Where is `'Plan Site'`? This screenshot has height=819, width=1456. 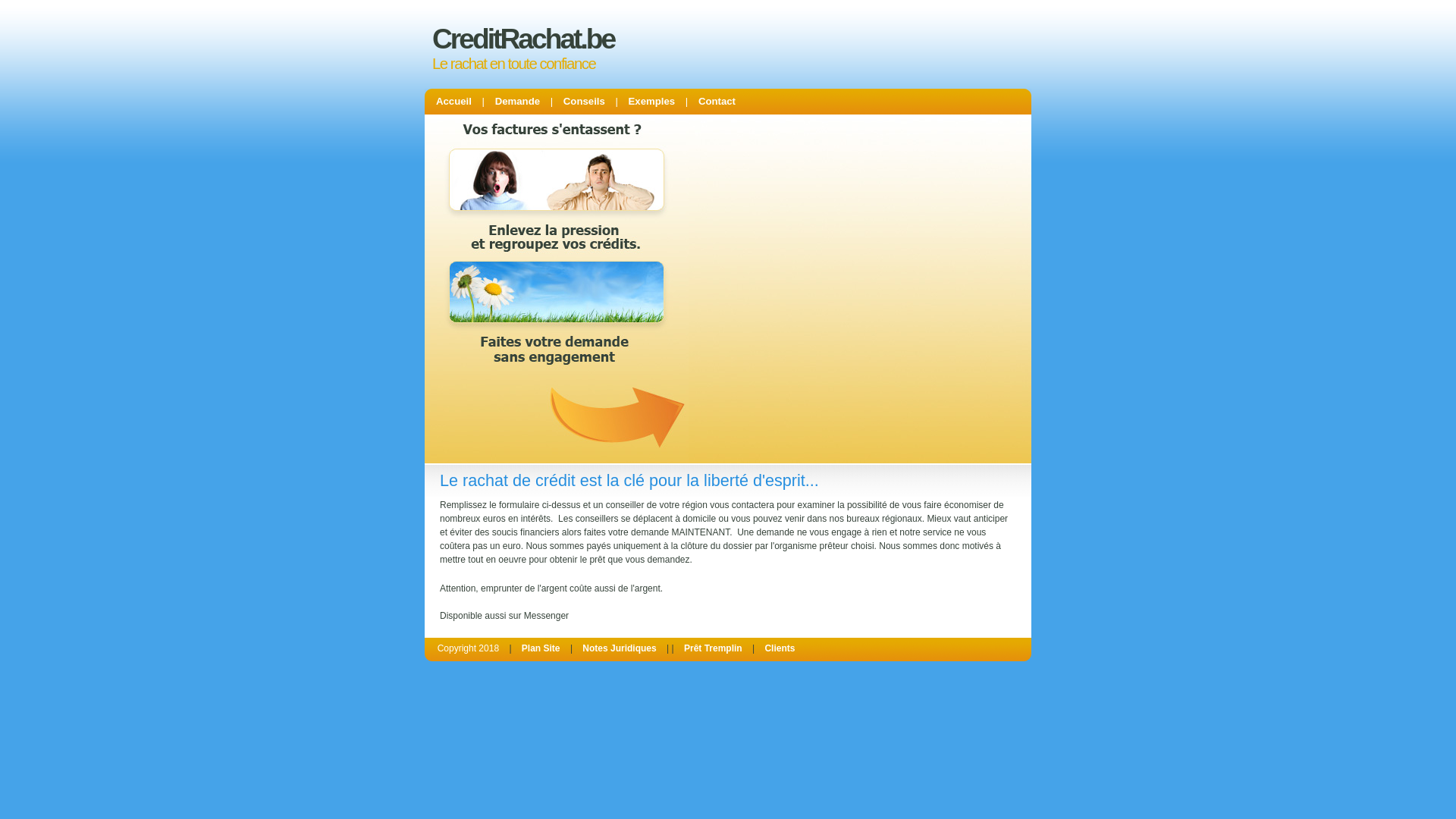 'Plan Site' is located at coordinates (541, 648).